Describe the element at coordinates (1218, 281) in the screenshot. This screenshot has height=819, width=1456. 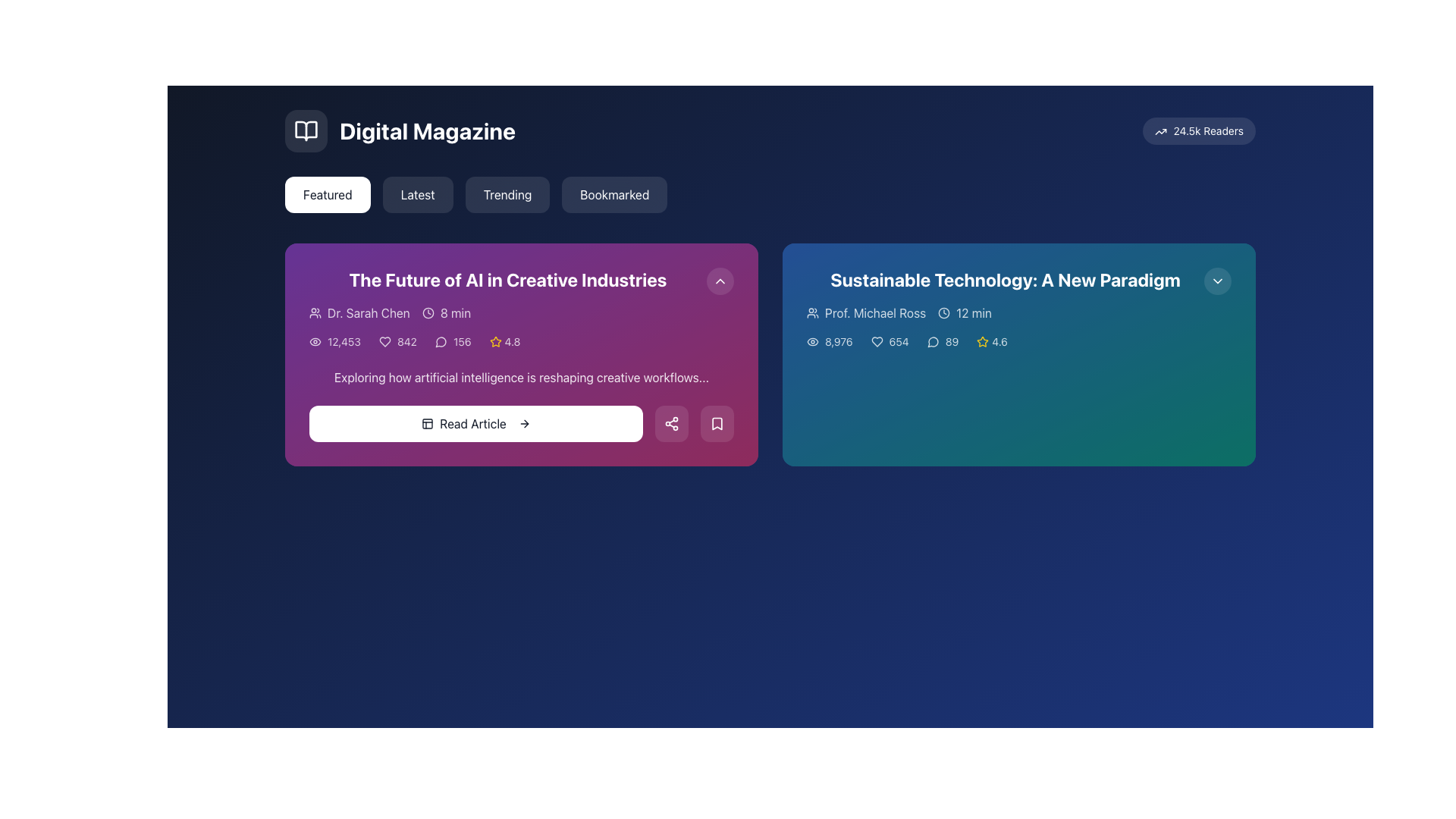
I see `the circular button with a chevron-down icon in the top-right corner of the card labeled 'Sustainable Technology: A New Paradigm'` at that location.